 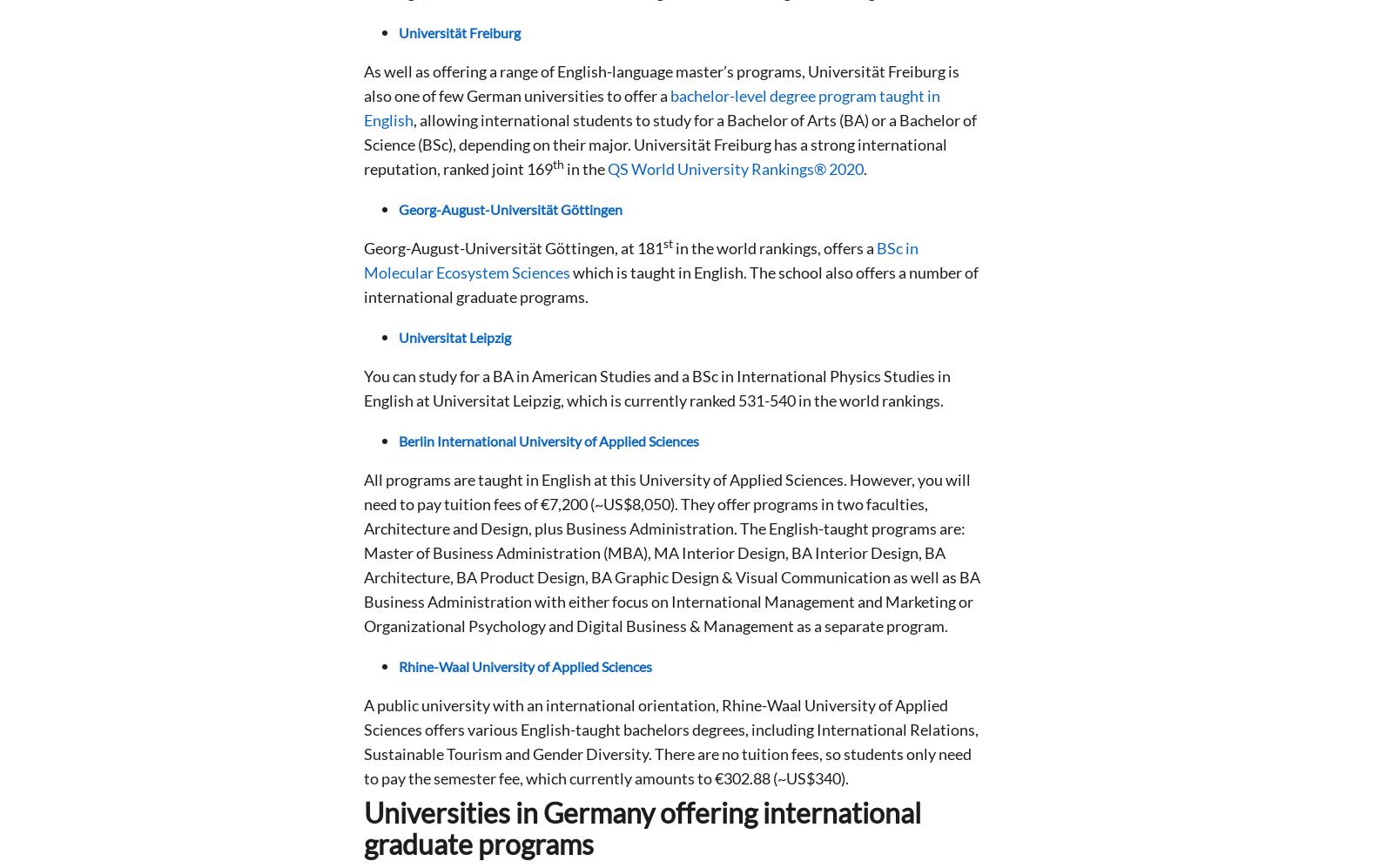 I want to click on 'QS World University Rankings® 2020', so click(x=734, y=169).